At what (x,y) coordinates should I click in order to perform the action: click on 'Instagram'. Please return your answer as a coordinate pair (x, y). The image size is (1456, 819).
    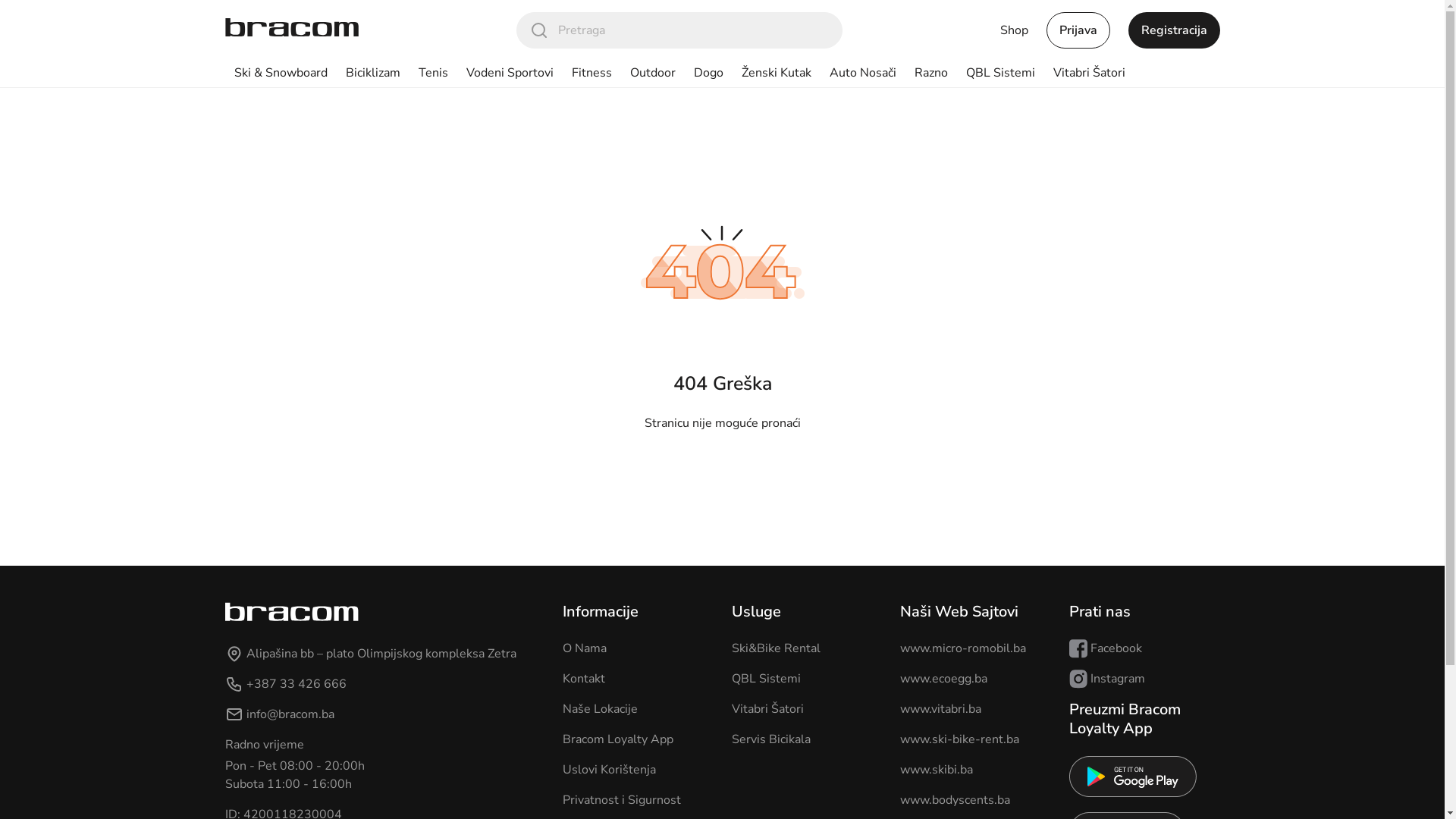
    Looking at the image, I should click on (1106, 677).